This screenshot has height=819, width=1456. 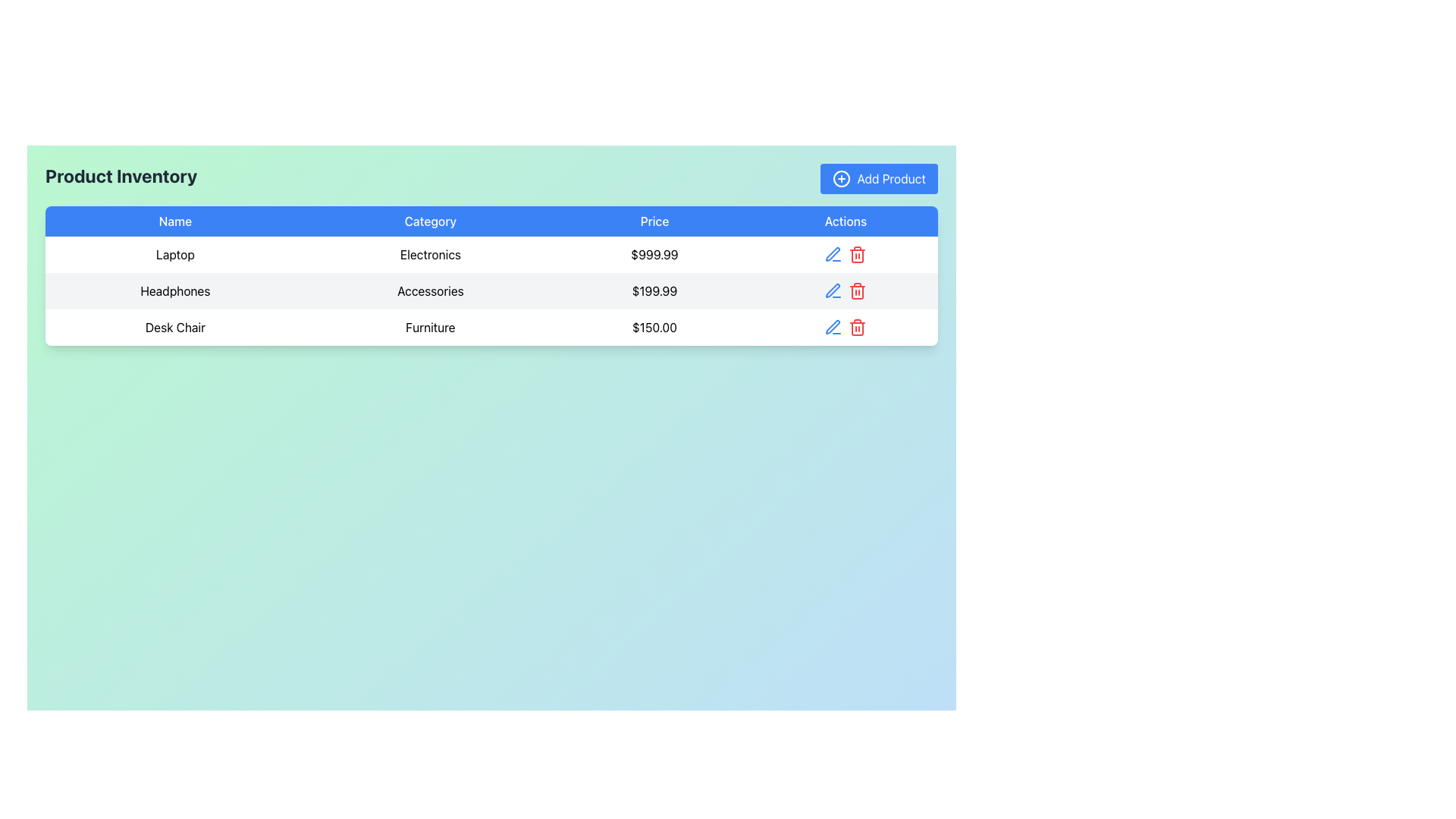 What do you see at coordinates (175, 253) in the screenshot?
I see `the product name text in the first row of the inventory table under the 'Name' column to identify it` at bounding box center [175, 253].